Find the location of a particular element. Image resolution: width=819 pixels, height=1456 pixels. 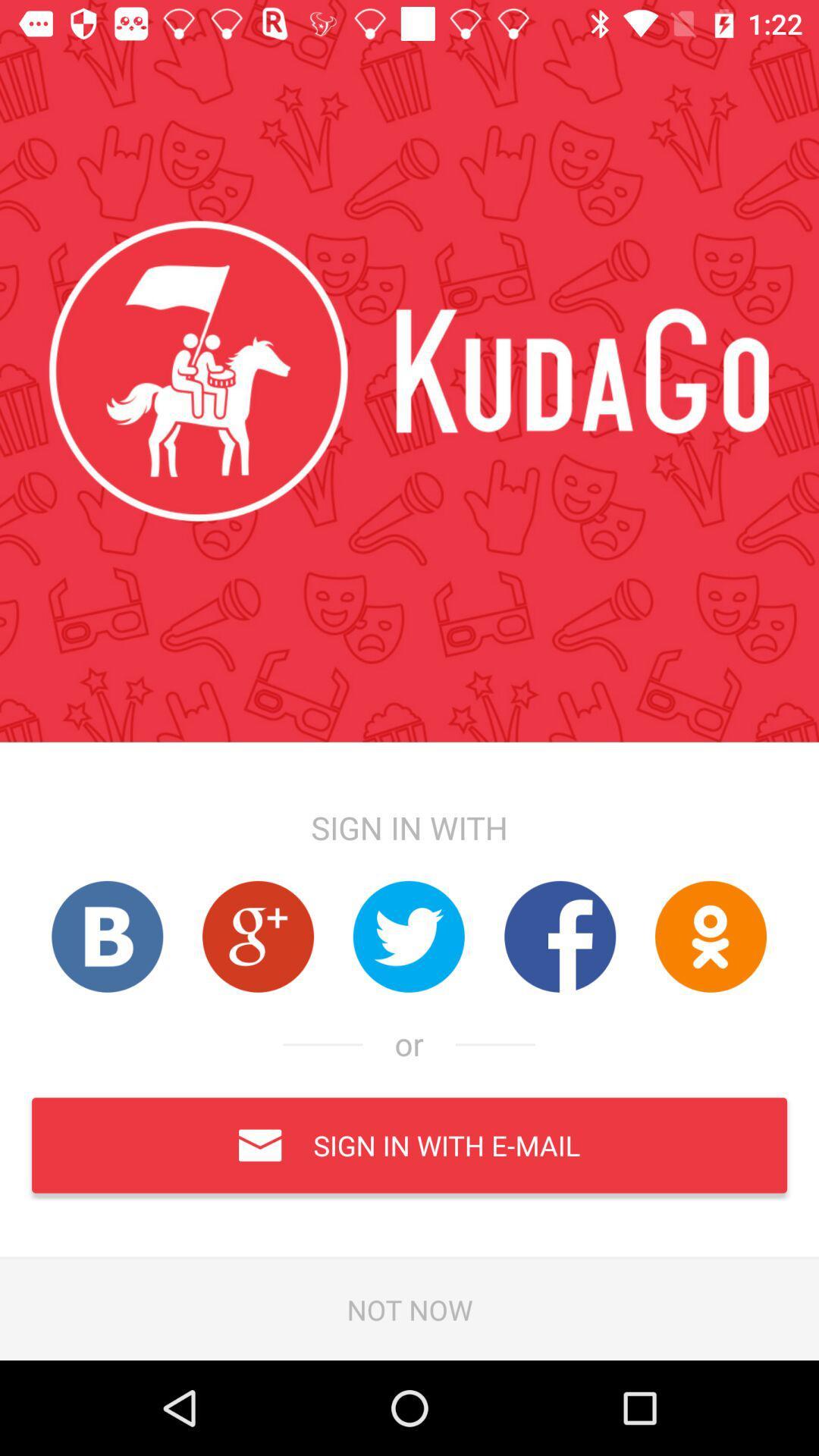

sign in with google+ is located at coordinates (257, 936).